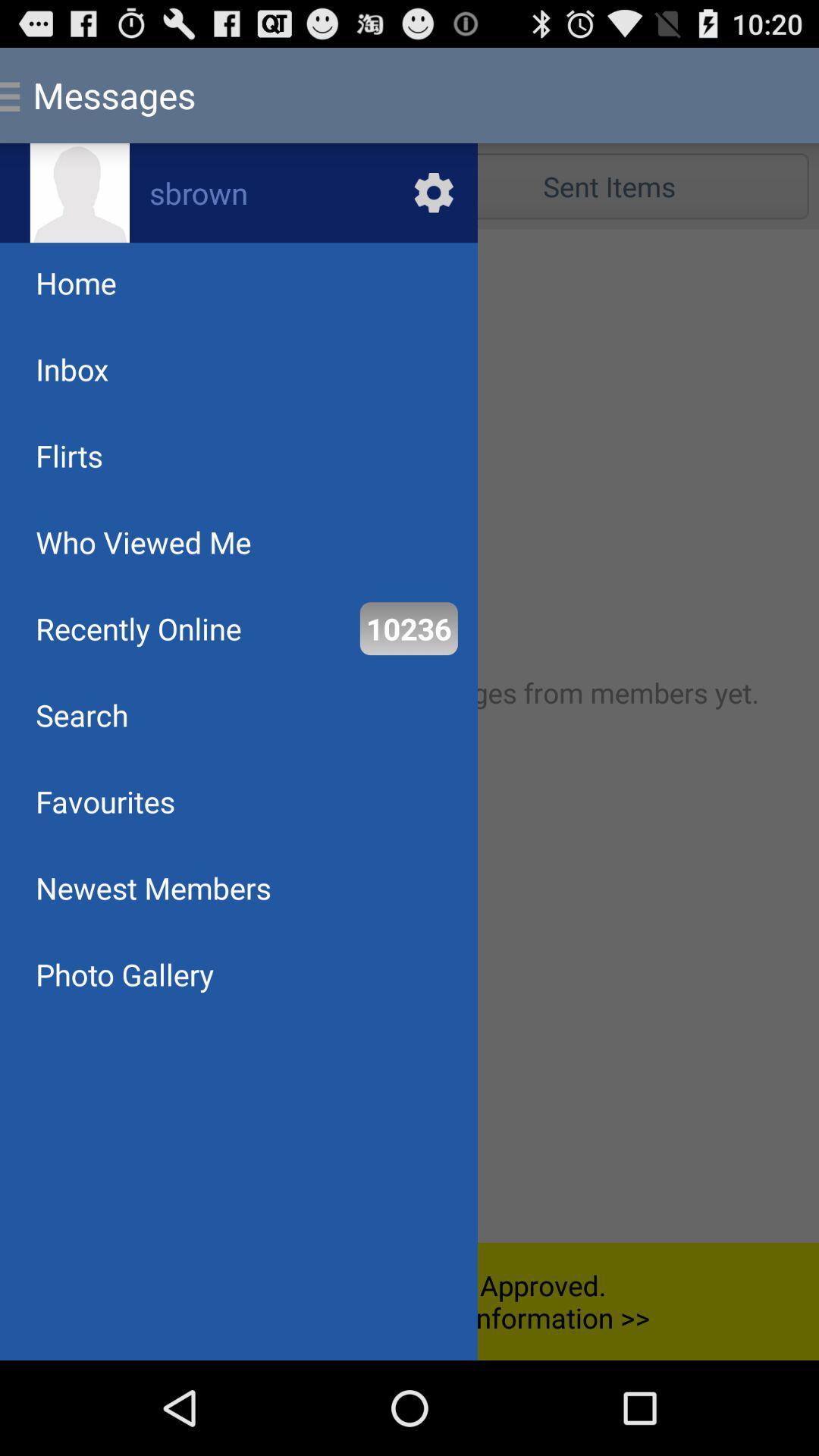  Describe the element at coordinates (143, 542) in the screenshot. I see `who viewed me icon` at that location.